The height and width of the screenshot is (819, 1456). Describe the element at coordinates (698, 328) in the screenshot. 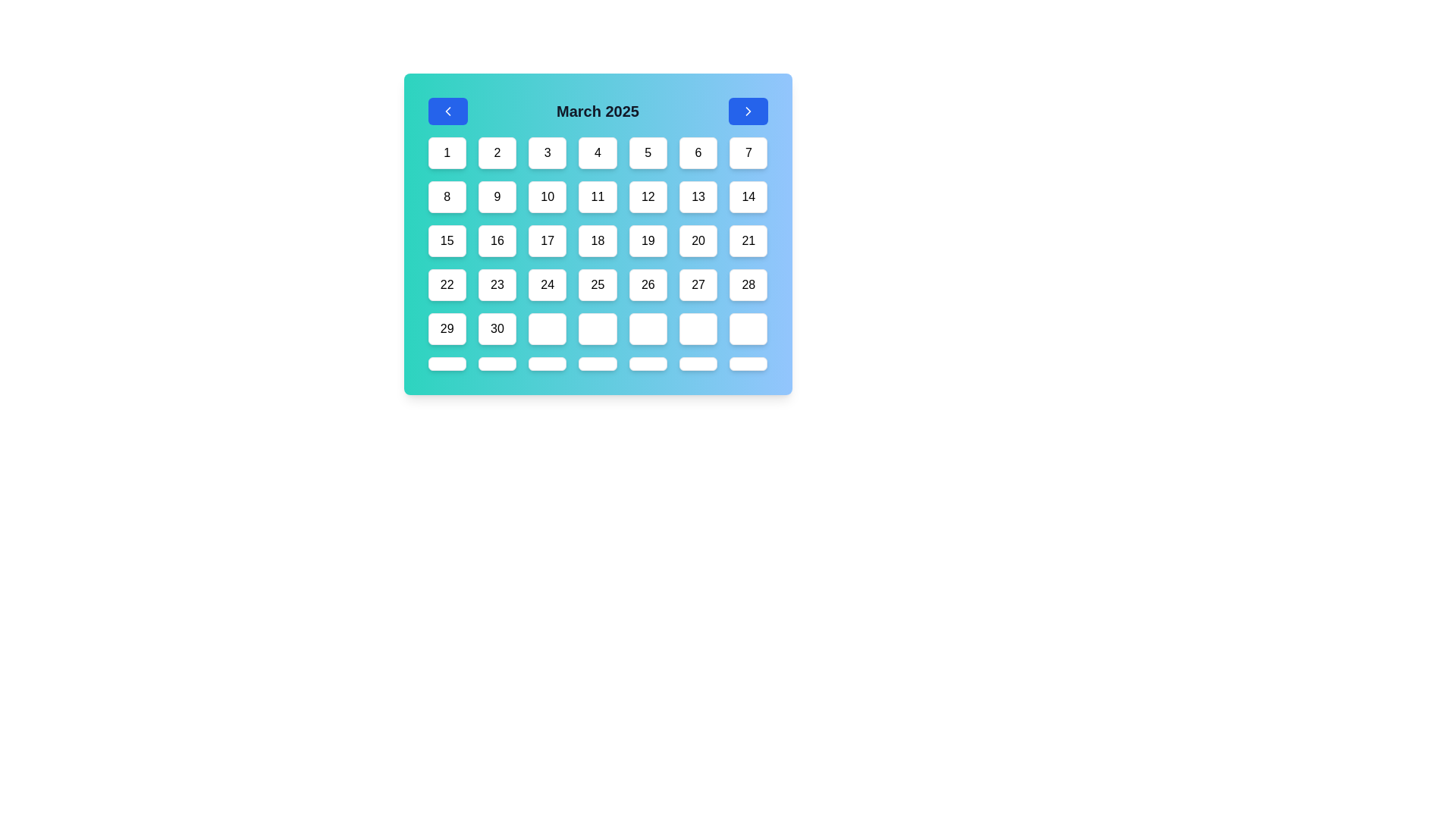

I see `the empty grid cell in the seventh column of the last visible row in the grid titled 'March 2025'` at that location.